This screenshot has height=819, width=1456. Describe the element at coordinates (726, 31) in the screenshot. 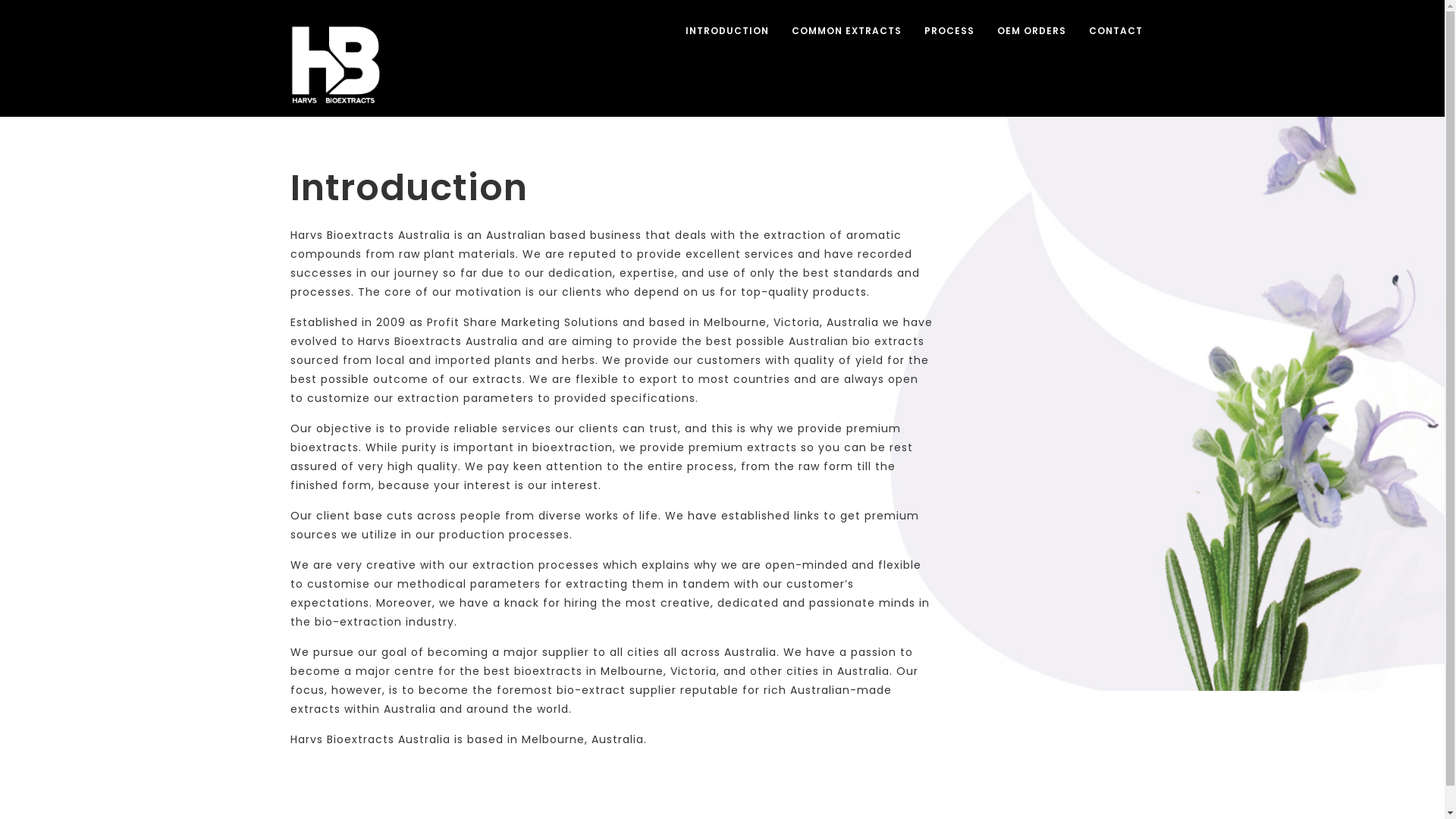

I see `'INTRODUCTION'` at that location.